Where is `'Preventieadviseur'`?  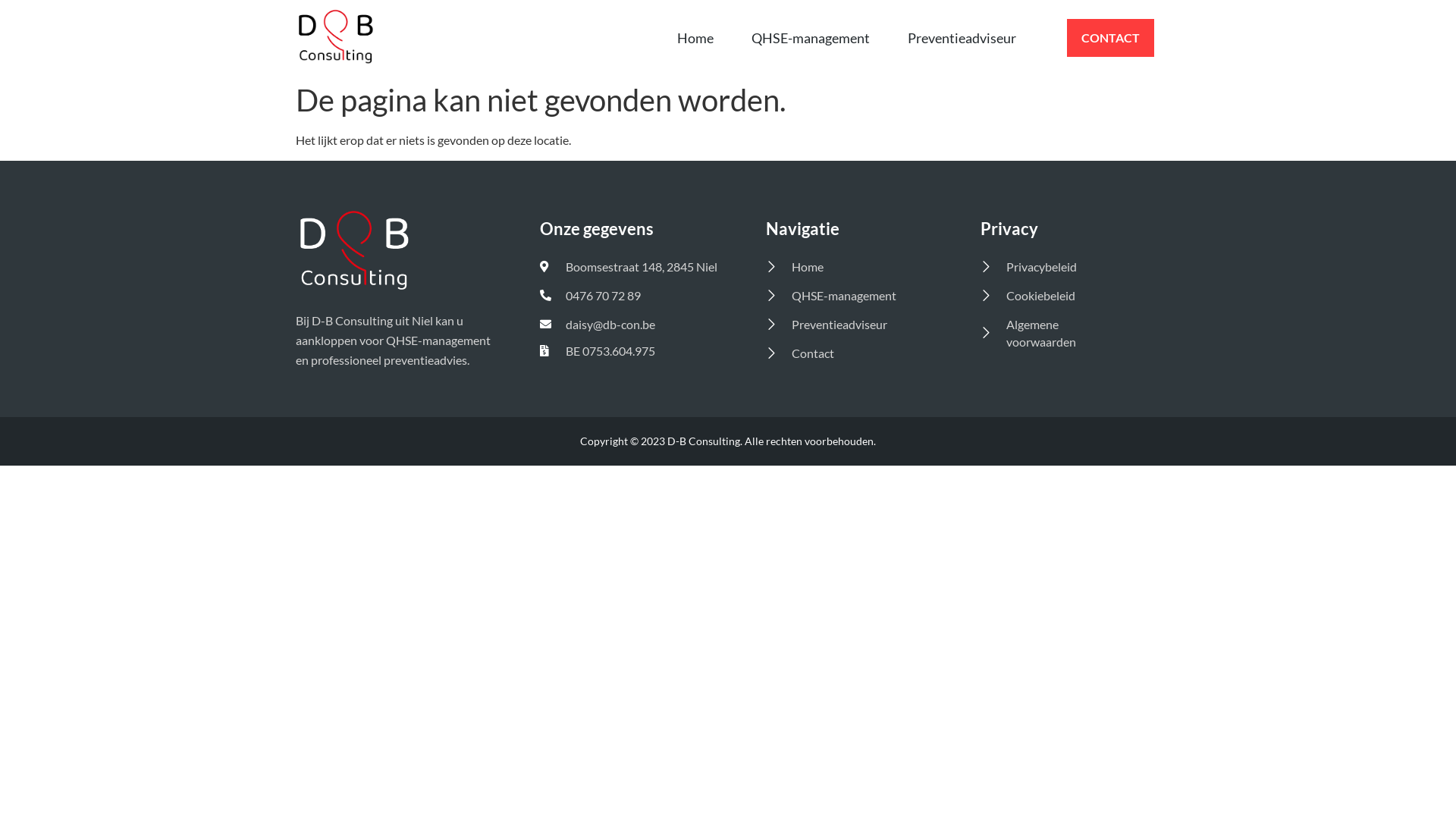 'Preventieadviseur' is located at coordinates (961, 37).